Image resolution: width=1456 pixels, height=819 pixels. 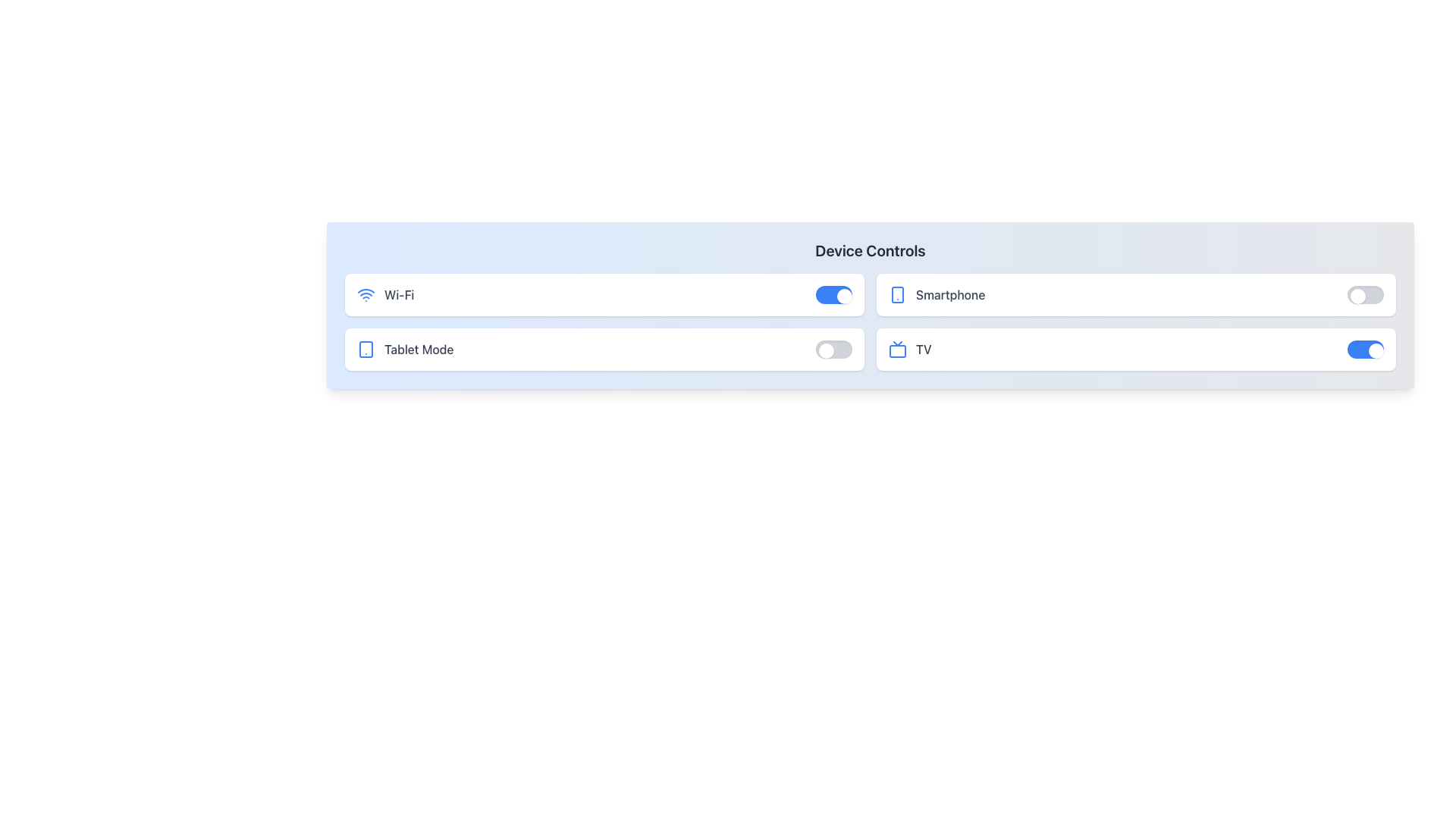 I want to click on the toggle switch for the 'Wi-Fi' function, so click(x=833, y=295).